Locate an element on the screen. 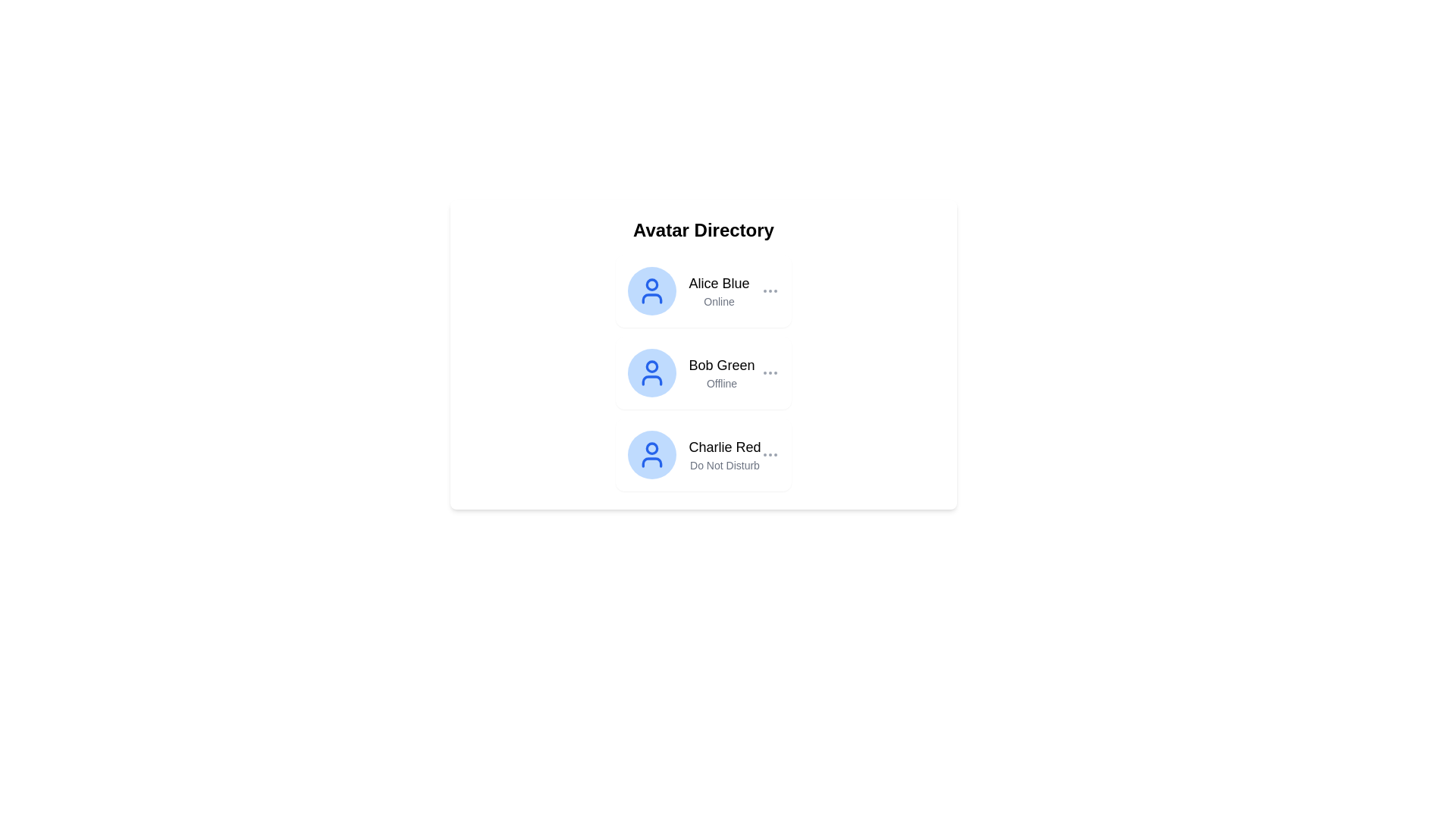  the two-line text display that reads 'Charlie Red' and 'Do Not Disturb' is located at coordinates (723, 454).